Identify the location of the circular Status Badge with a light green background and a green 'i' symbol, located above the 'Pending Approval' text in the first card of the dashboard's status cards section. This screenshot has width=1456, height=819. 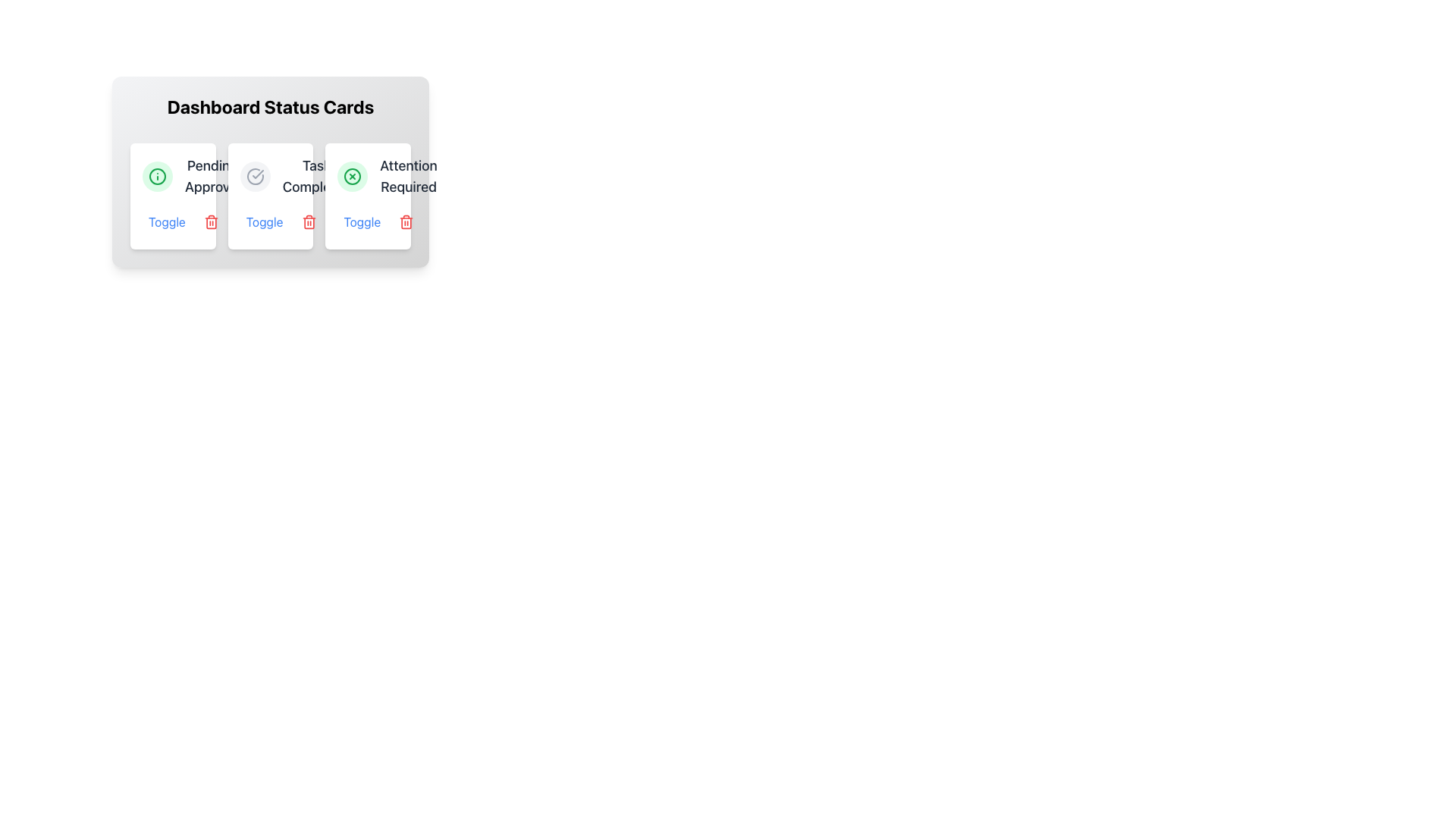
(157, 175).